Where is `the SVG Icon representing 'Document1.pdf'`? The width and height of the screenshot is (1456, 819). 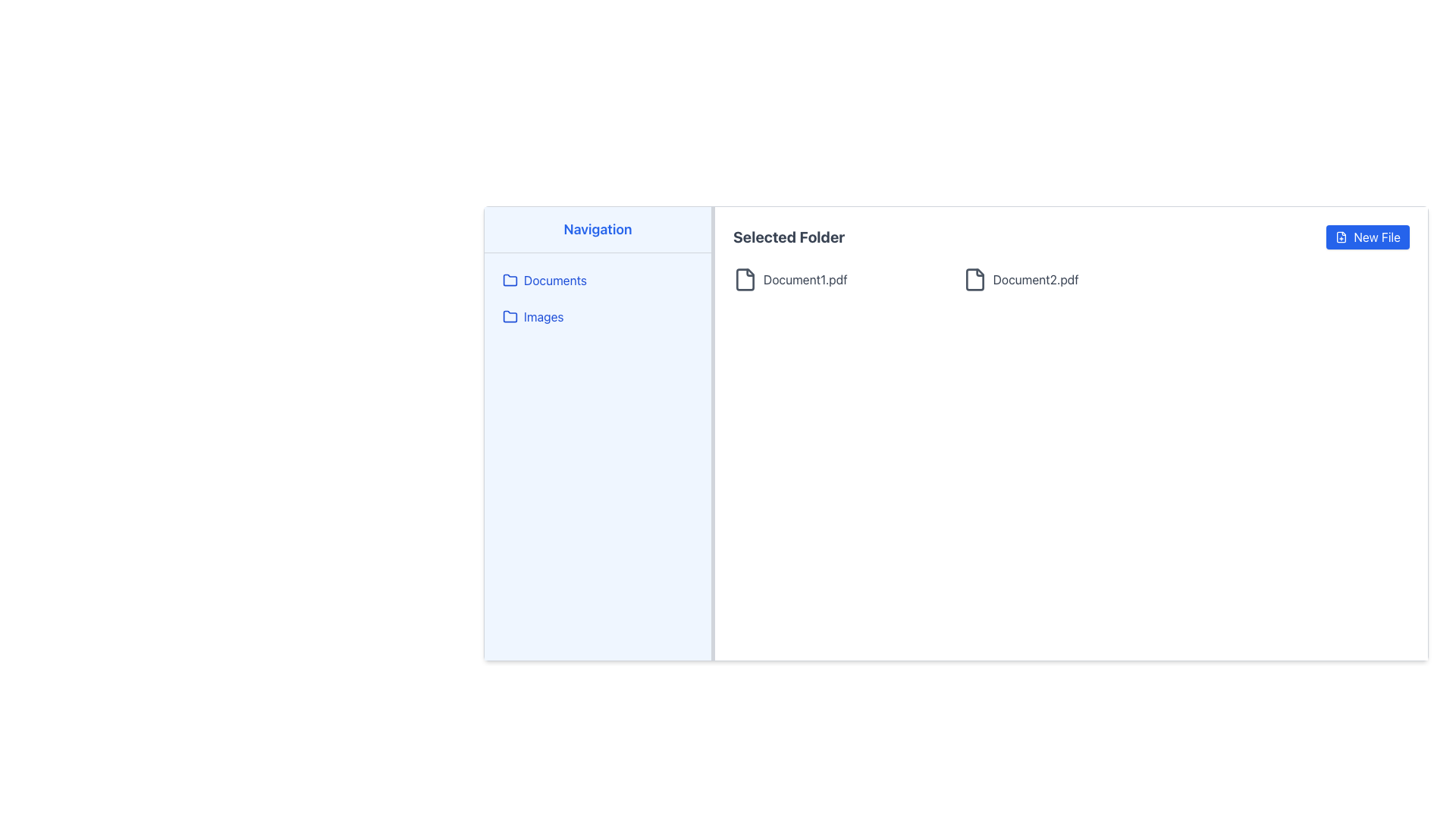 the SVG Icon representing 'Document1.pdf' is located at coordinates (745, 280).